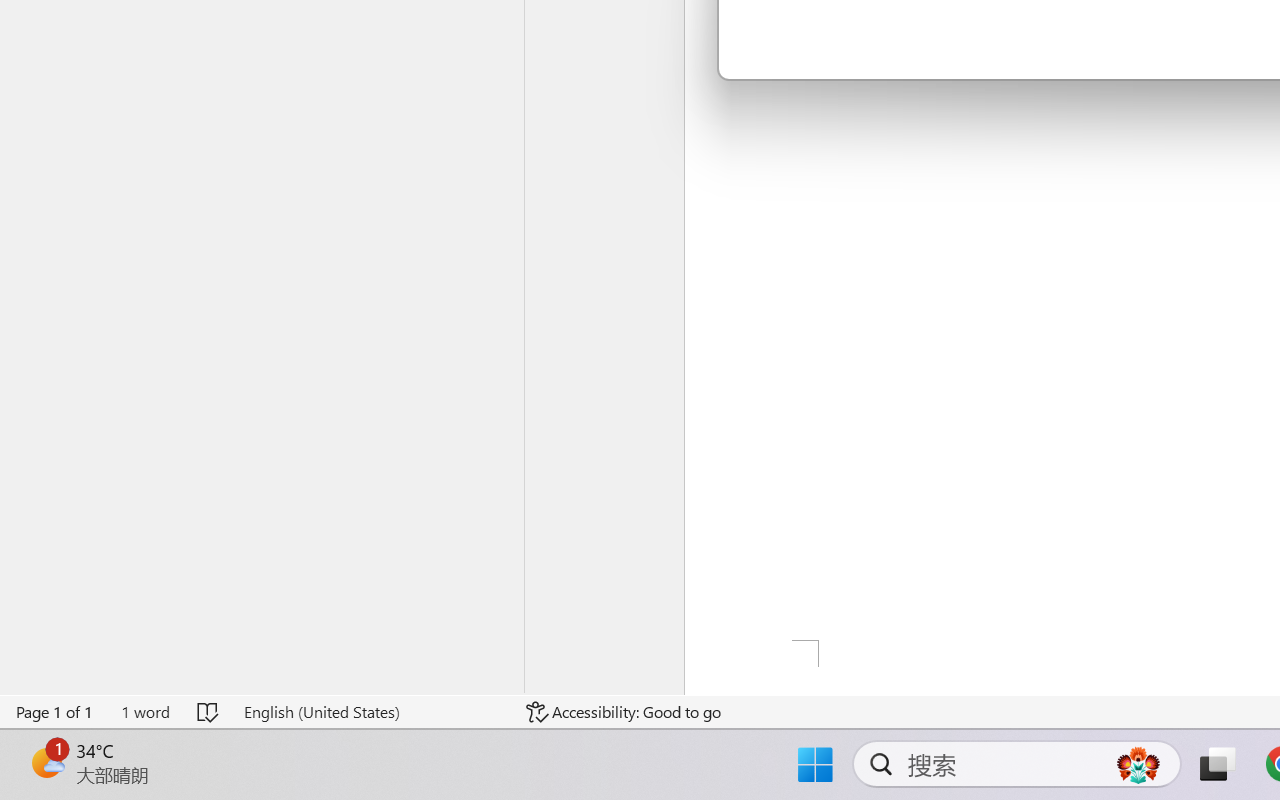 This screenshot has width=1280, height=800. Describe the element at coordinates (1138, 764) in the screenshot. I see `'AutomationID: DynamicSearchBoxGleamImage'` at that location.